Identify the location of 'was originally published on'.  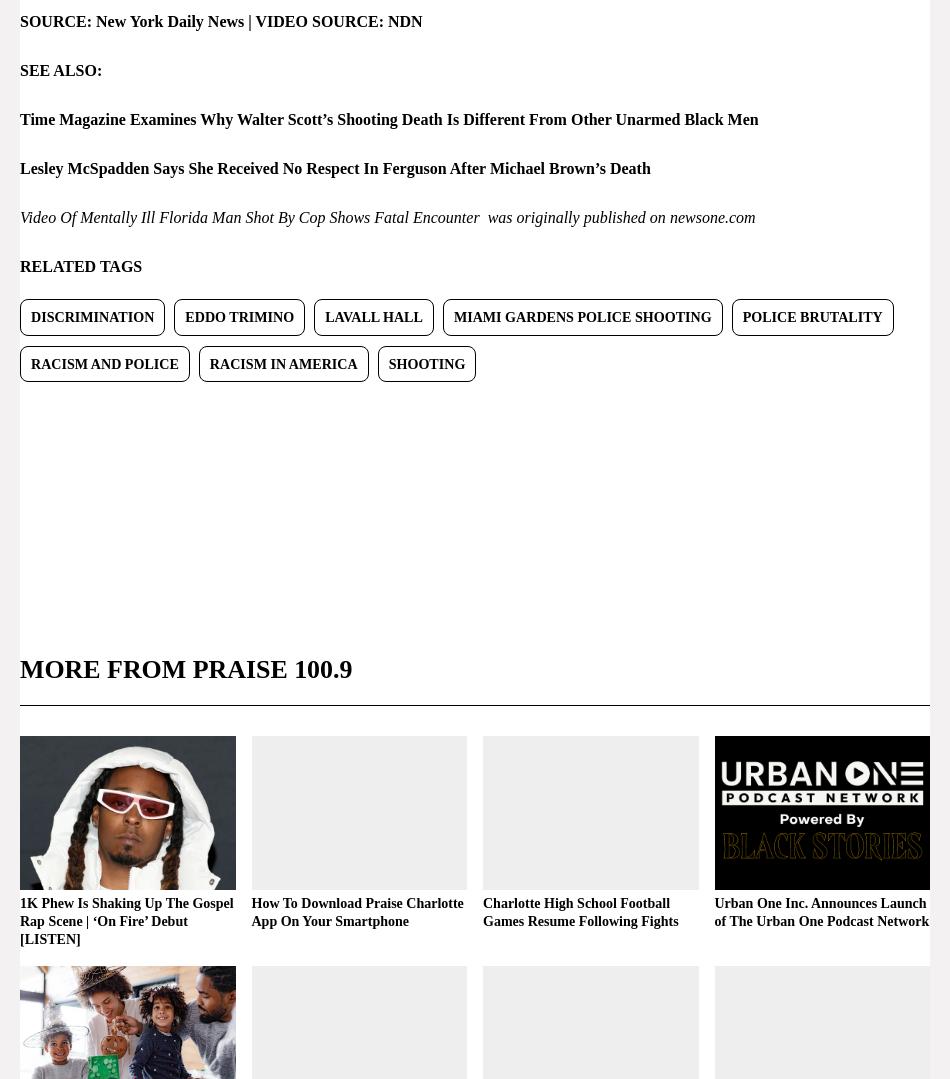
(573, 215).